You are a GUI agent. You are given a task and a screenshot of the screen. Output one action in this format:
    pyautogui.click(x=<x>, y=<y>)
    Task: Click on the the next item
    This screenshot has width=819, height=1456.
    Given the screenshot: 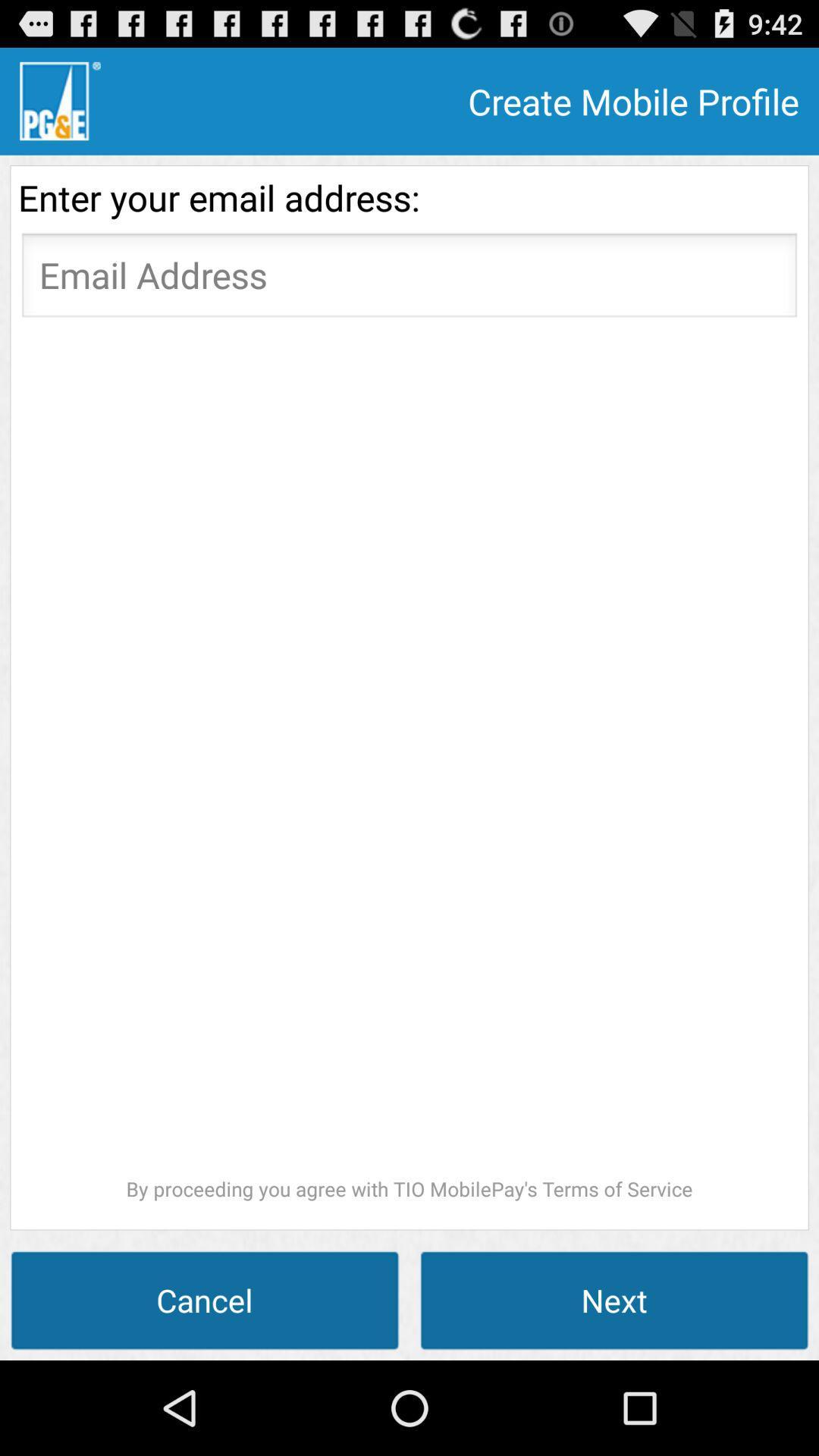 What is the action you would take?
    pyautogui.click(x=614, y=1299)
    